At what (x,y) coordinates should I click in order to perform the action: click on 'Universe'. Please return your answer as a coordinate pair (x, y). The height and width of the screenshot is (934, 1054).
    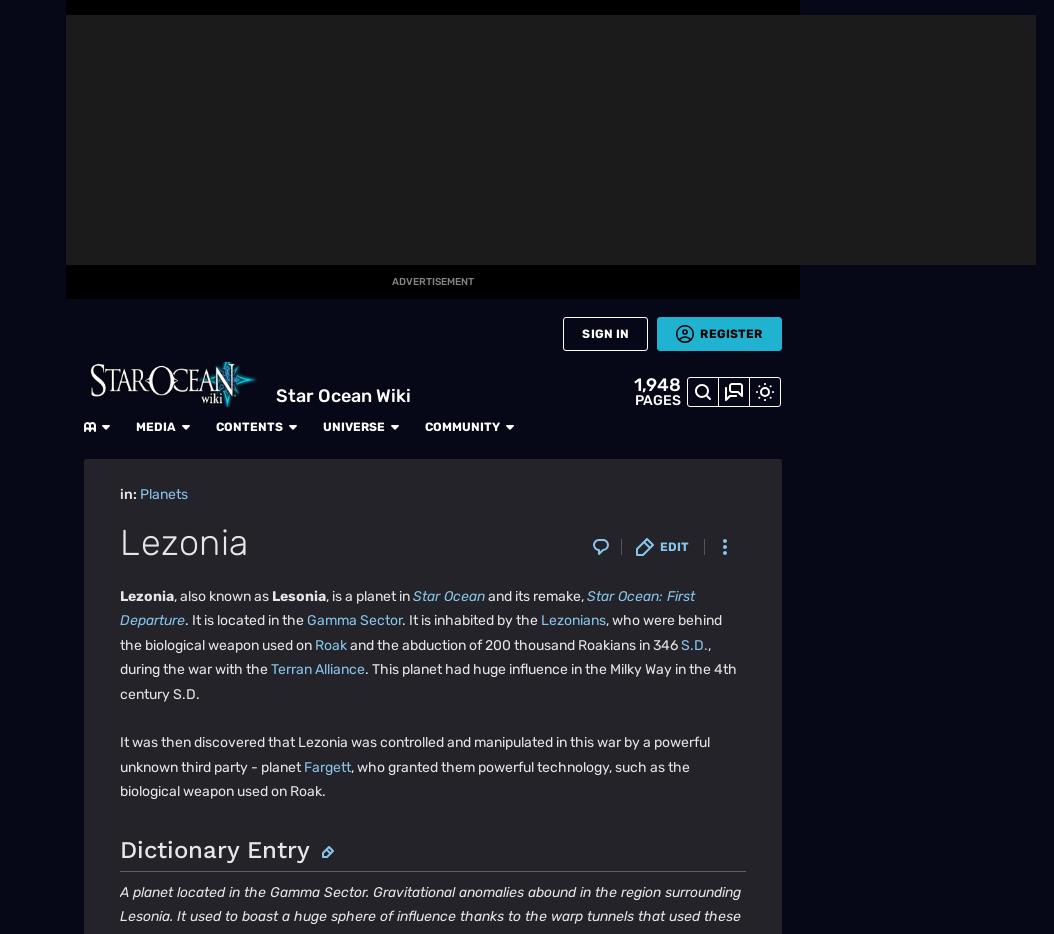
    Looking at the image, I should click on (407, 21).